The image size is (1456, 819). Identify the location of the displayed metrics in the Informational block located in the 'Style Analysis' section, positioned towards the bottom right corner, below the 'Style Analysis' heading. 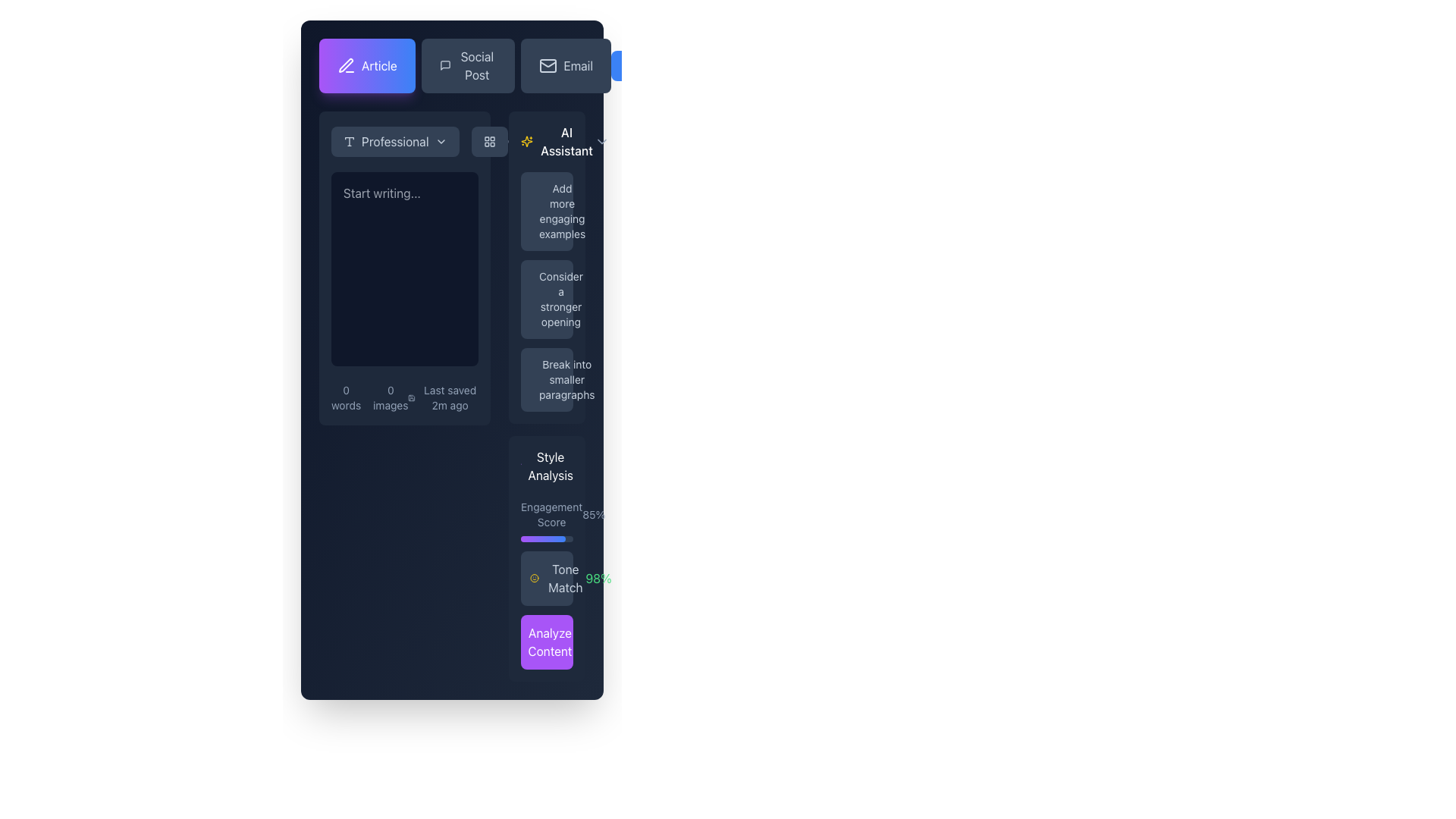
(546, 582).